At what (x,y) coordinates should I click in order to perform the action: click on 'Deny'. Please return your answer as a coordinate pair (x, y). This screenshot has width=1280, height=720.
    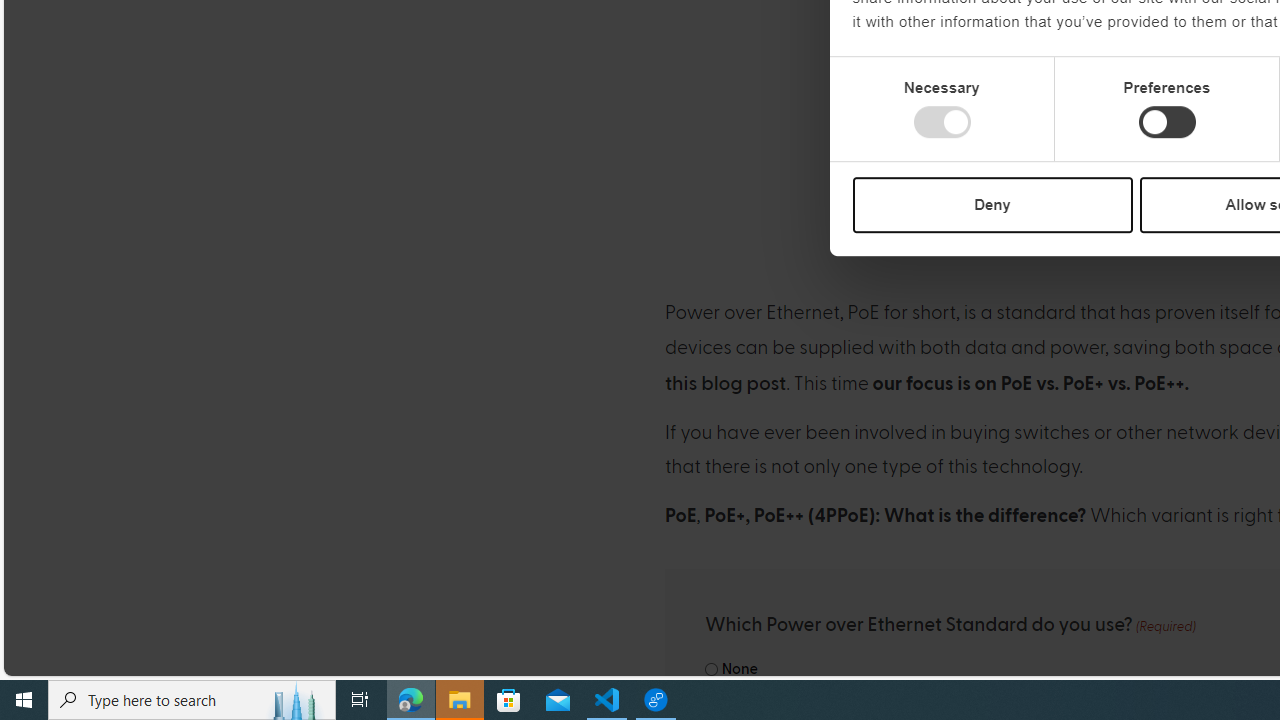
    Looking at the image, I should click on (992, 204).